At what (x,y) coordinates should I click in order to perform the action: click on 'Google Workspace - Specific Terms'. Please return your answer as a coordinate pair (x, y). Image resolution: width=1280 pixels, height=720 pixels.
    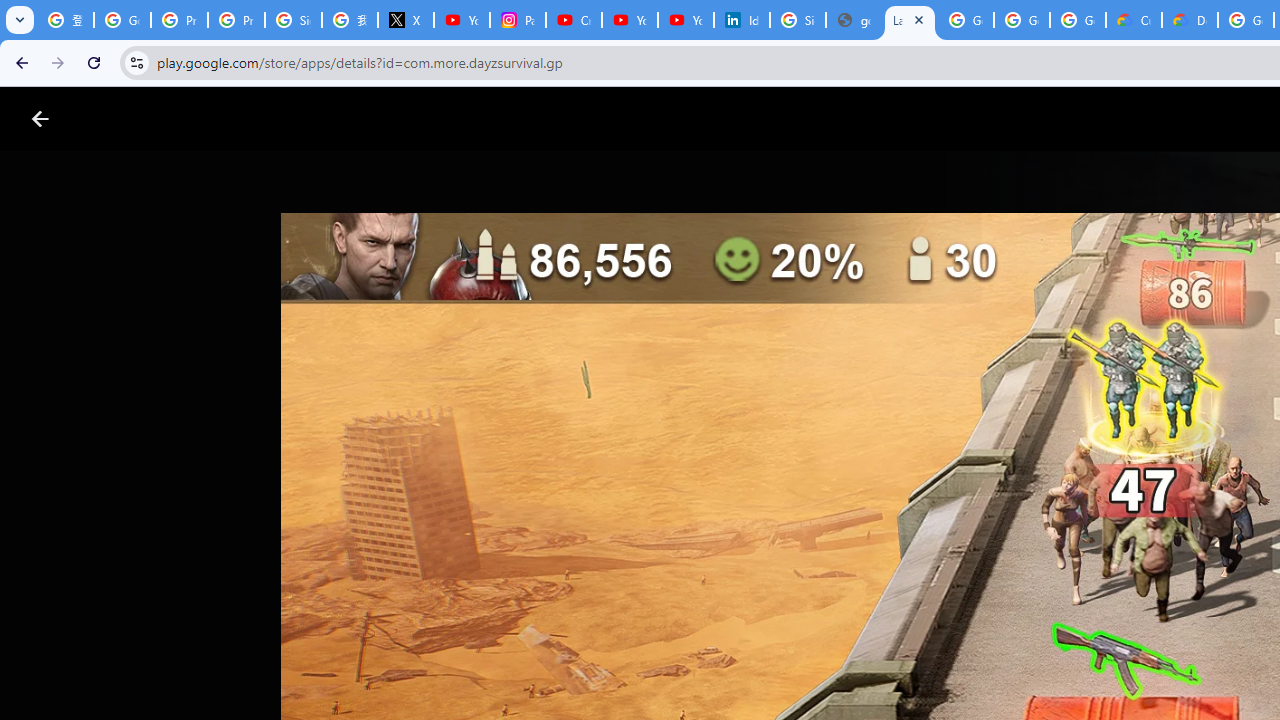
    Looking at the image, I should click on (1022, 20).